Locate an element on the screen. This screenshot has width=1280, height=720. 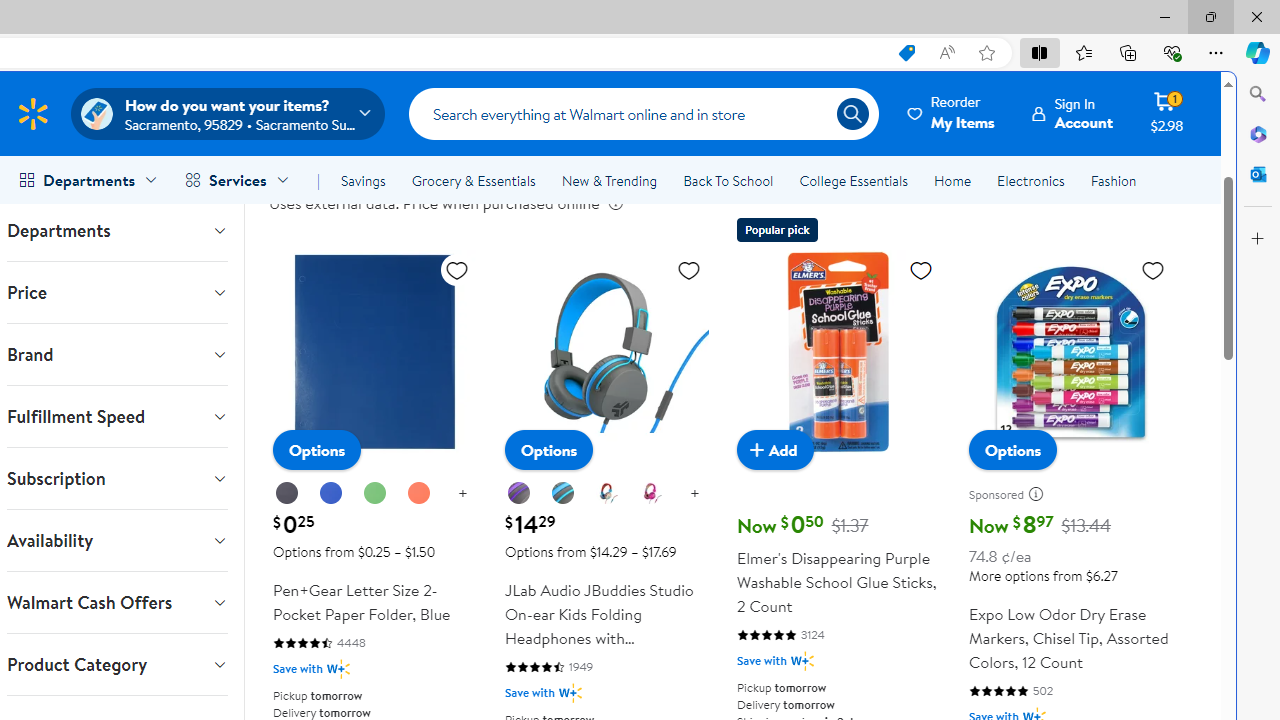
'Electronics' is located at coordinates (1031, 181).